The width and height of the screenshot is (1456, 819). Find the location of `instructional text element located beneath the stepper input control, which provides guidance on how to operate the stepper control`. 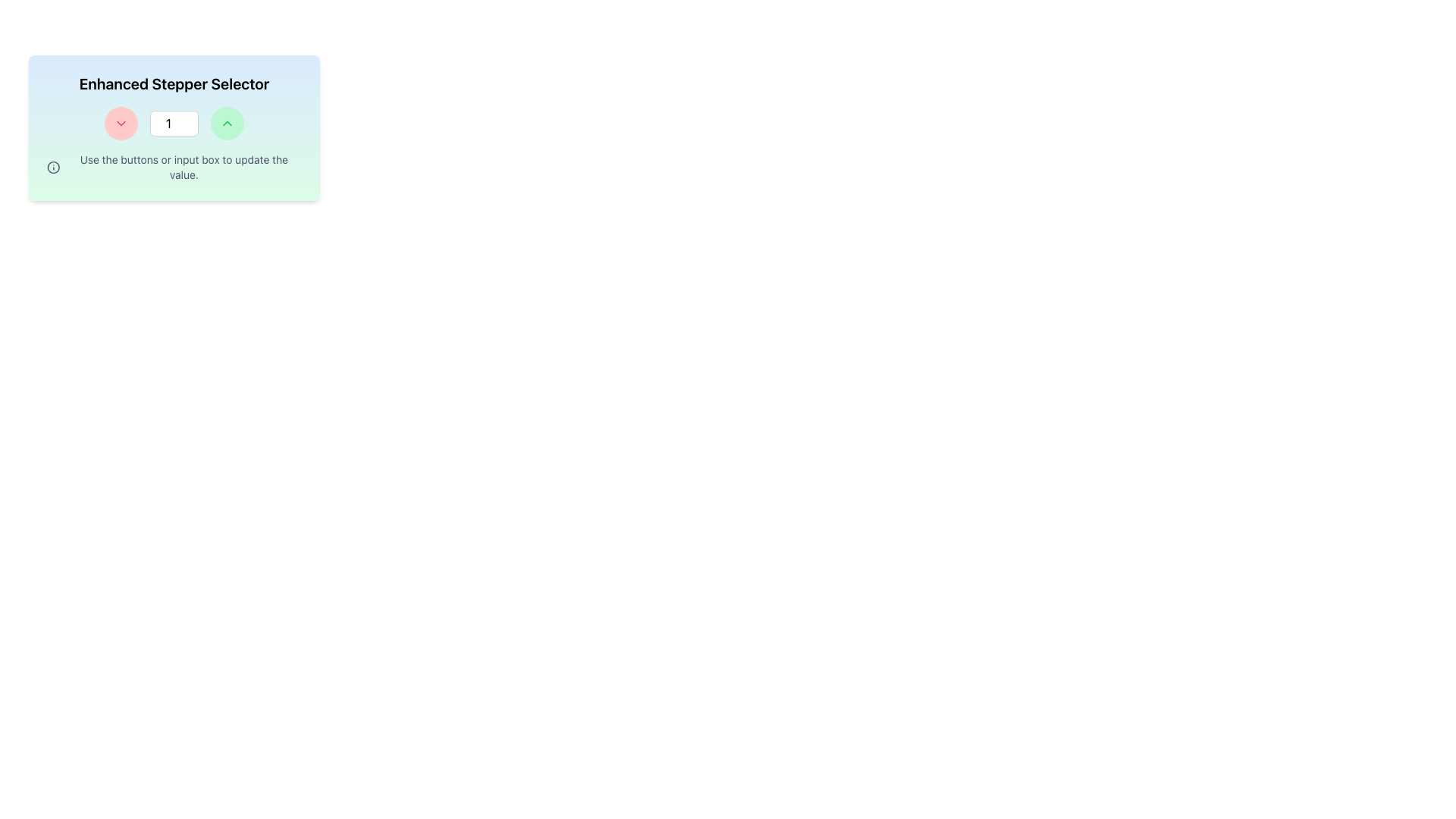

instructional text element located beneath the stepper input control, which provides guidance on how to operate the stepper control is located at coordinates (174, 167).